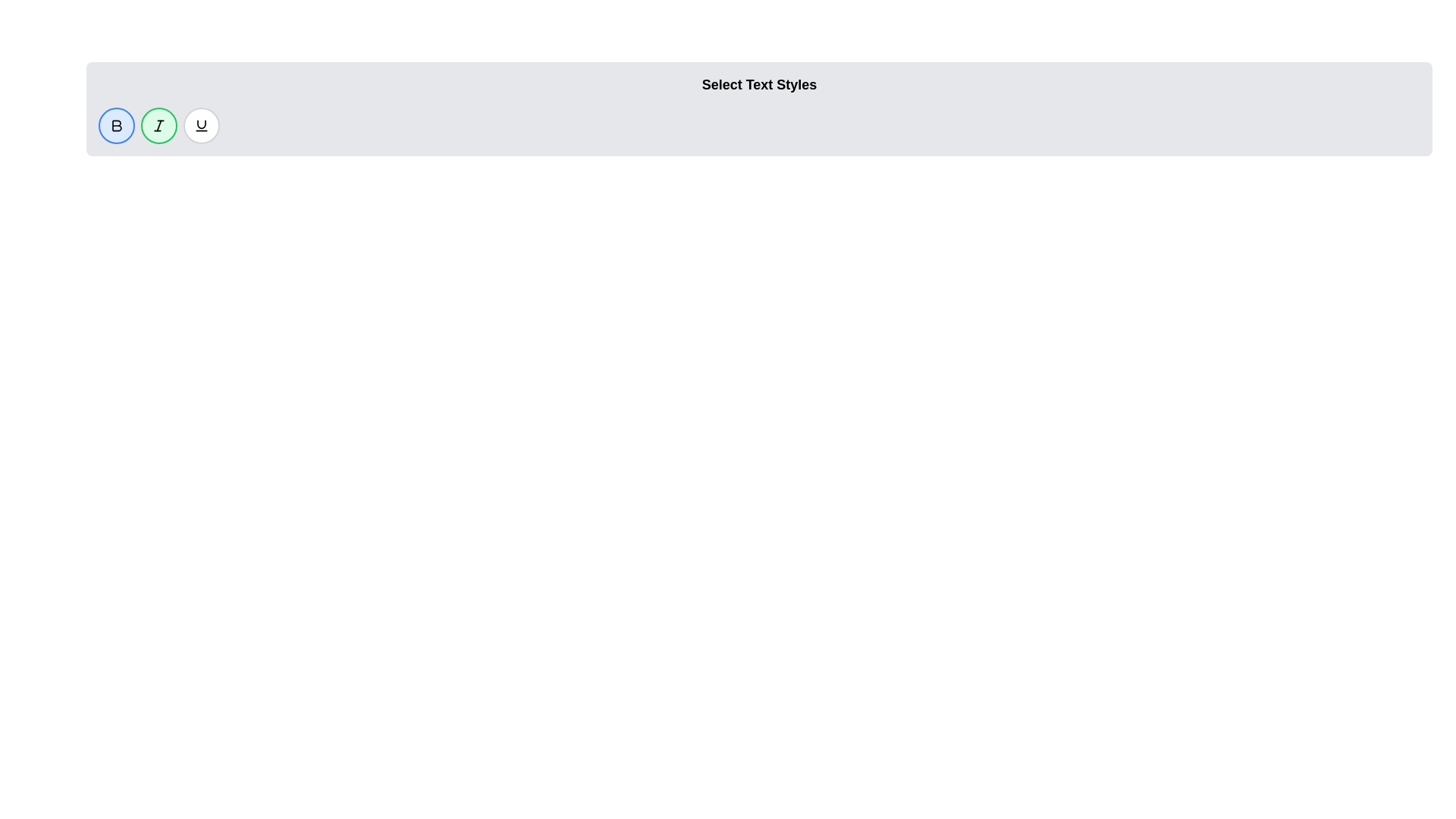 This screenshot has width=1456, height=819. What do you see at coordinates (200, 124) in the screenshot?
I see `the circular underline button in the toolbar` at bounding box center [200, 124].